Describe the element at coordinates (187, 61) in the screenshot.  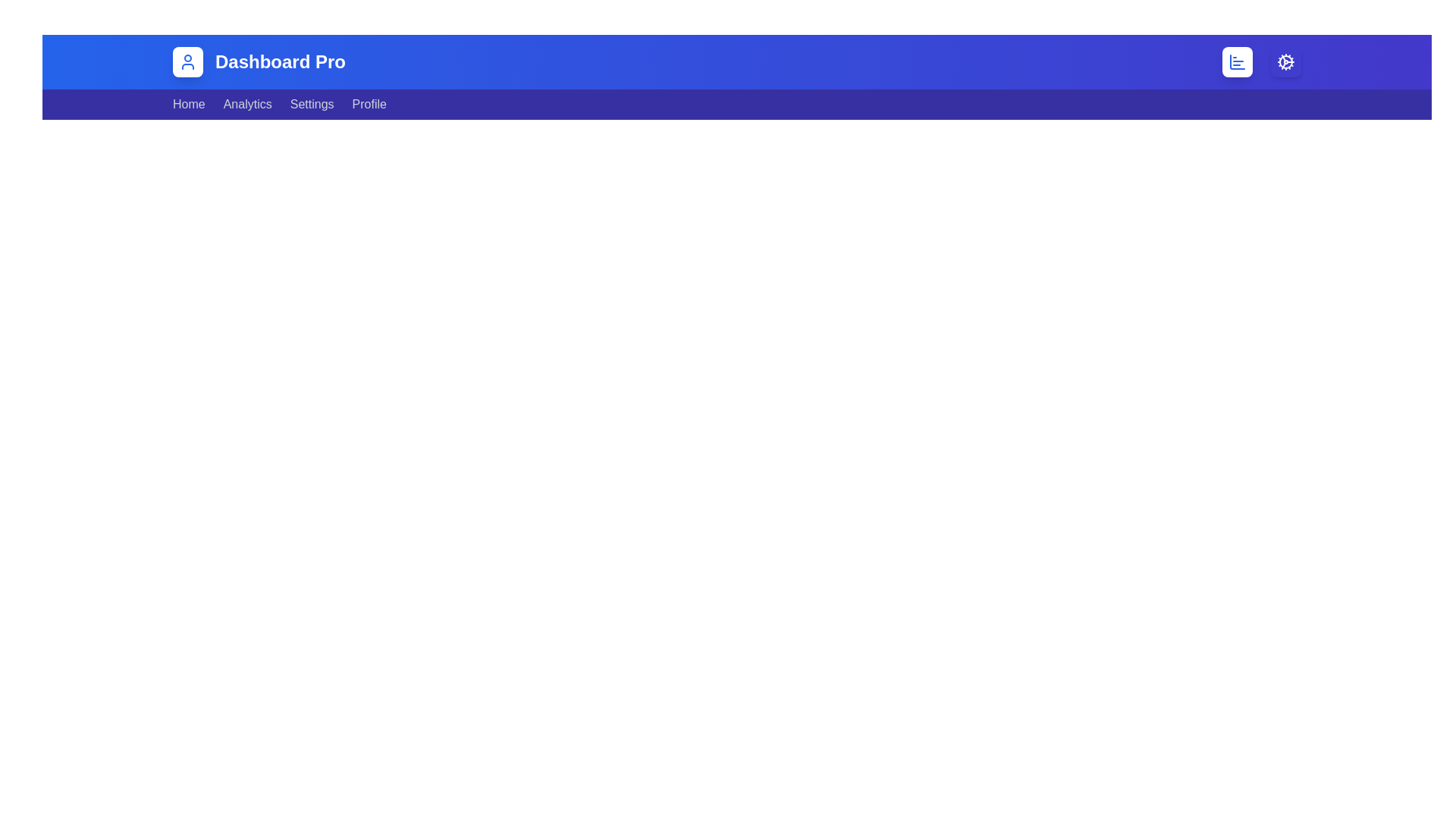
I see `the user avatar icon to interact with it` at that location.